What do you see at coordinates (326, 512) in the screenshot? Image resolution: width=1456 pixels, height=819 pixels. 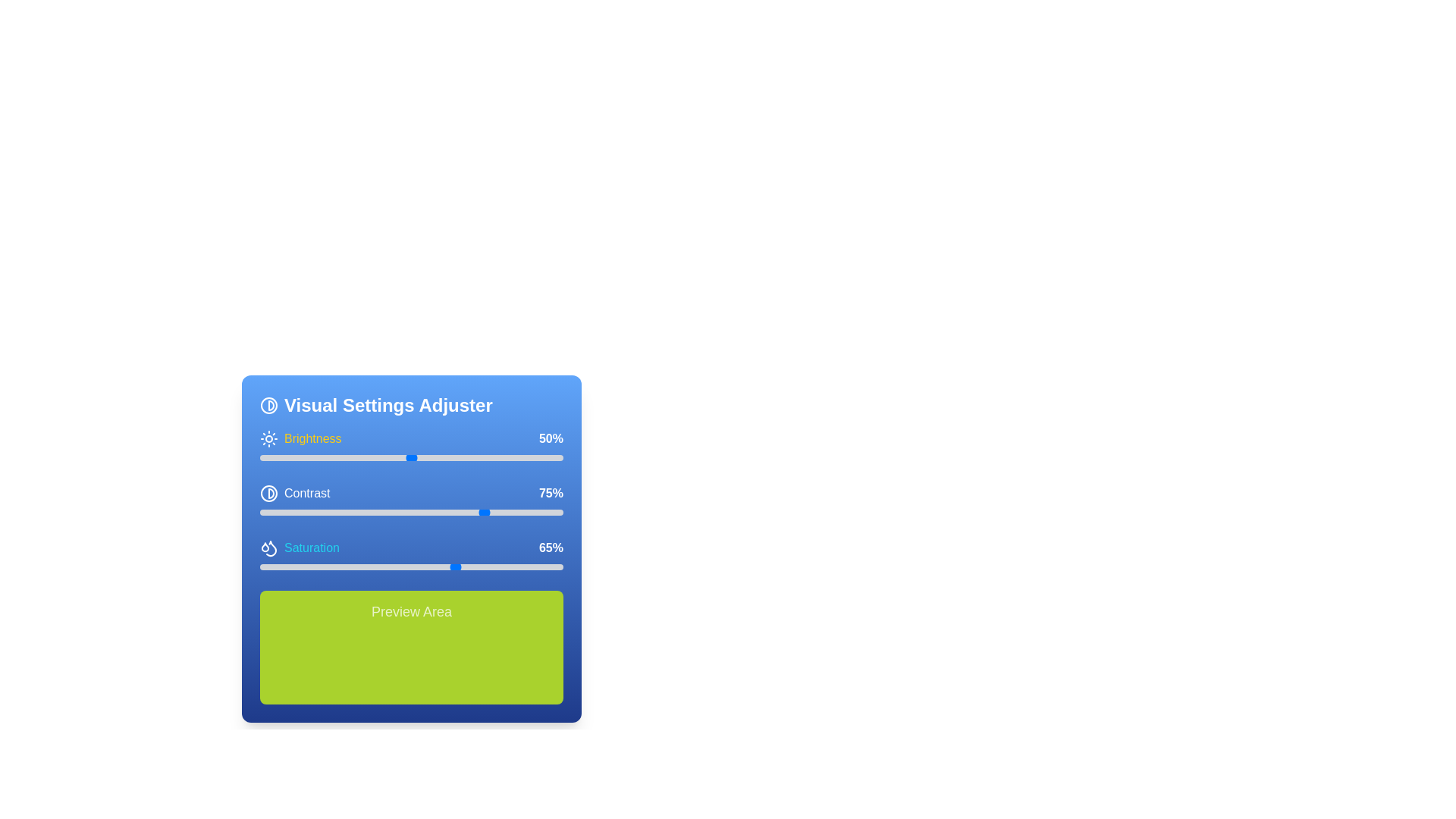 I see `the contrast value` at bounding box center [326, 512].